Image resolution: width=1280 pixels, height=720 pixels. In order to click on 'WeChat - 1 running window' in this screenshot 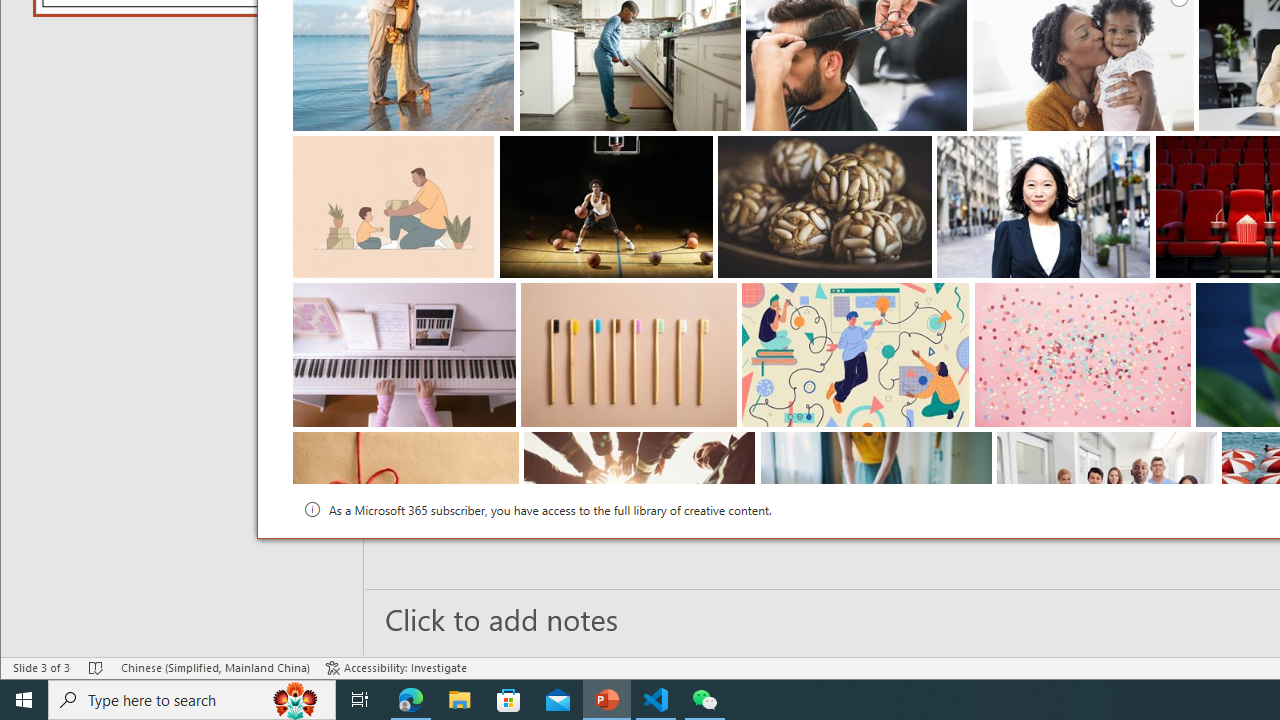, I will do `click(705, 698)`.